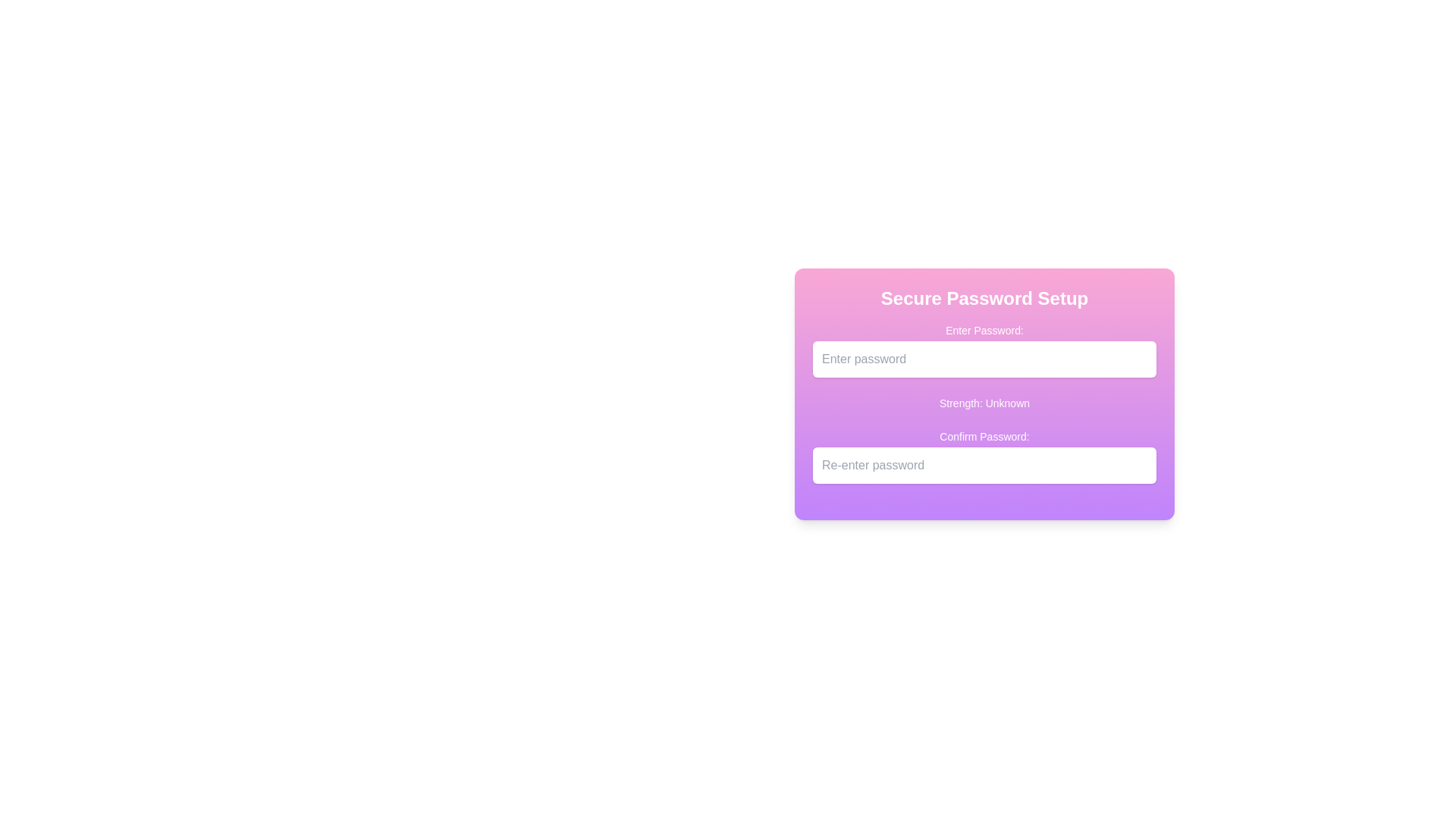  Describe the element at coordinates (984, 436) in the screenshot. I see `the text label displaying 'Confirm Password:' which is positioned above the input field for re-entering the password` at that location.